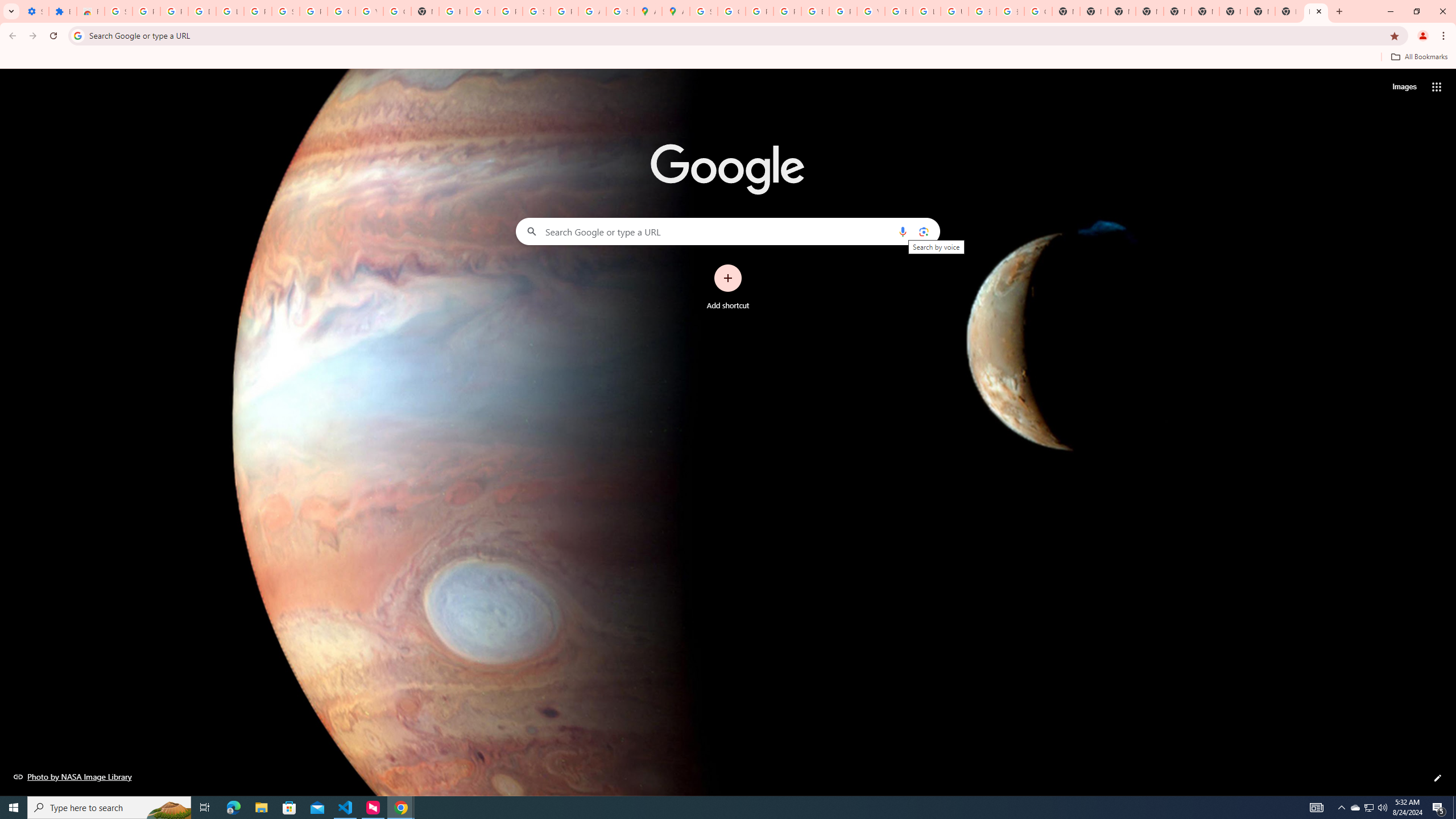 The height and width of the screenshot is (819, 1456). What do you see at coordinates (619, 11) in the screenshot?
I see `'Safety in Our Products - Google Safety Center'` at bounding box center [619, 11].